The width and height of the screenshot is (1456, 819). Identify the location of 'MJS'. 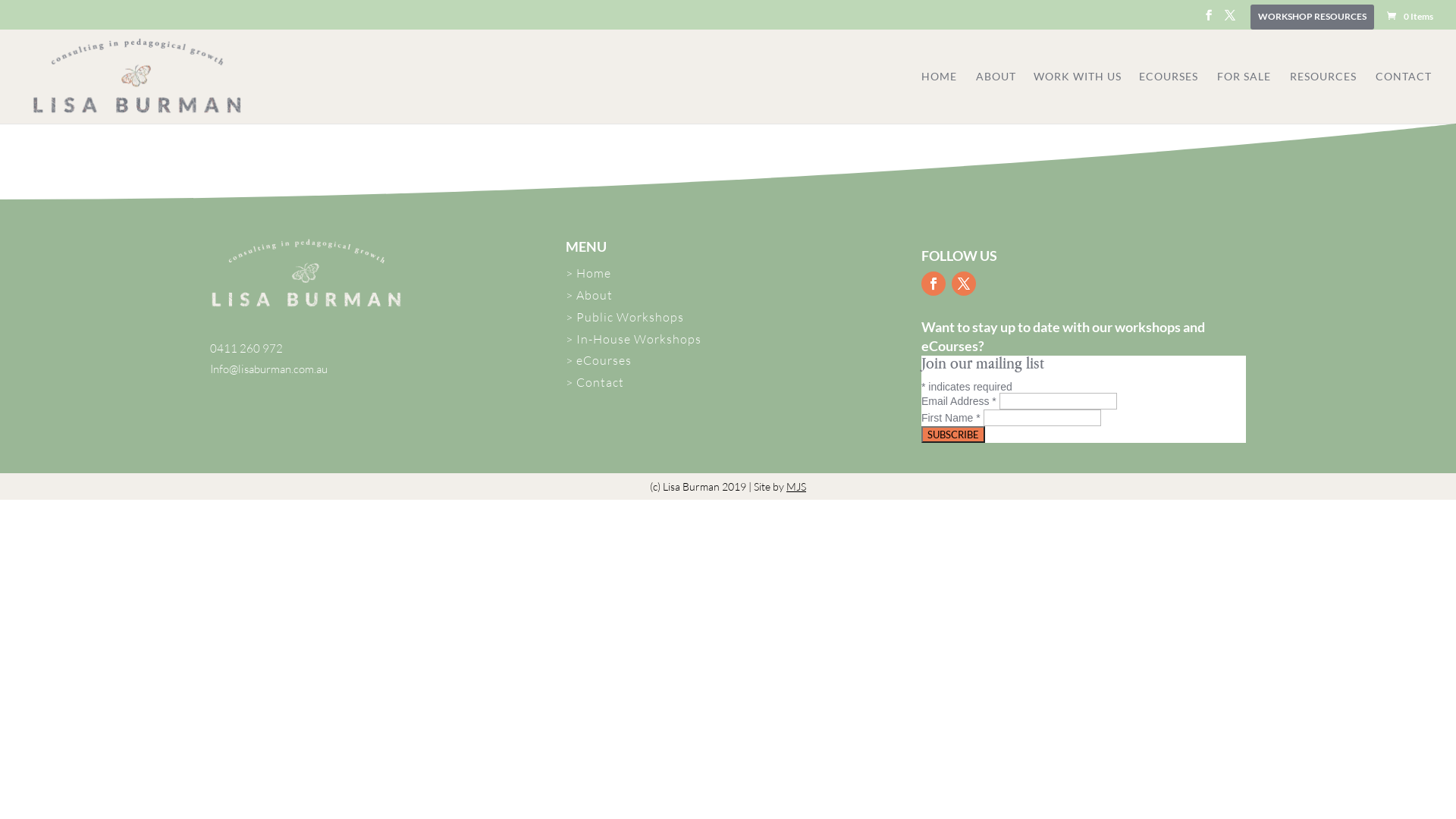
(795, 486).